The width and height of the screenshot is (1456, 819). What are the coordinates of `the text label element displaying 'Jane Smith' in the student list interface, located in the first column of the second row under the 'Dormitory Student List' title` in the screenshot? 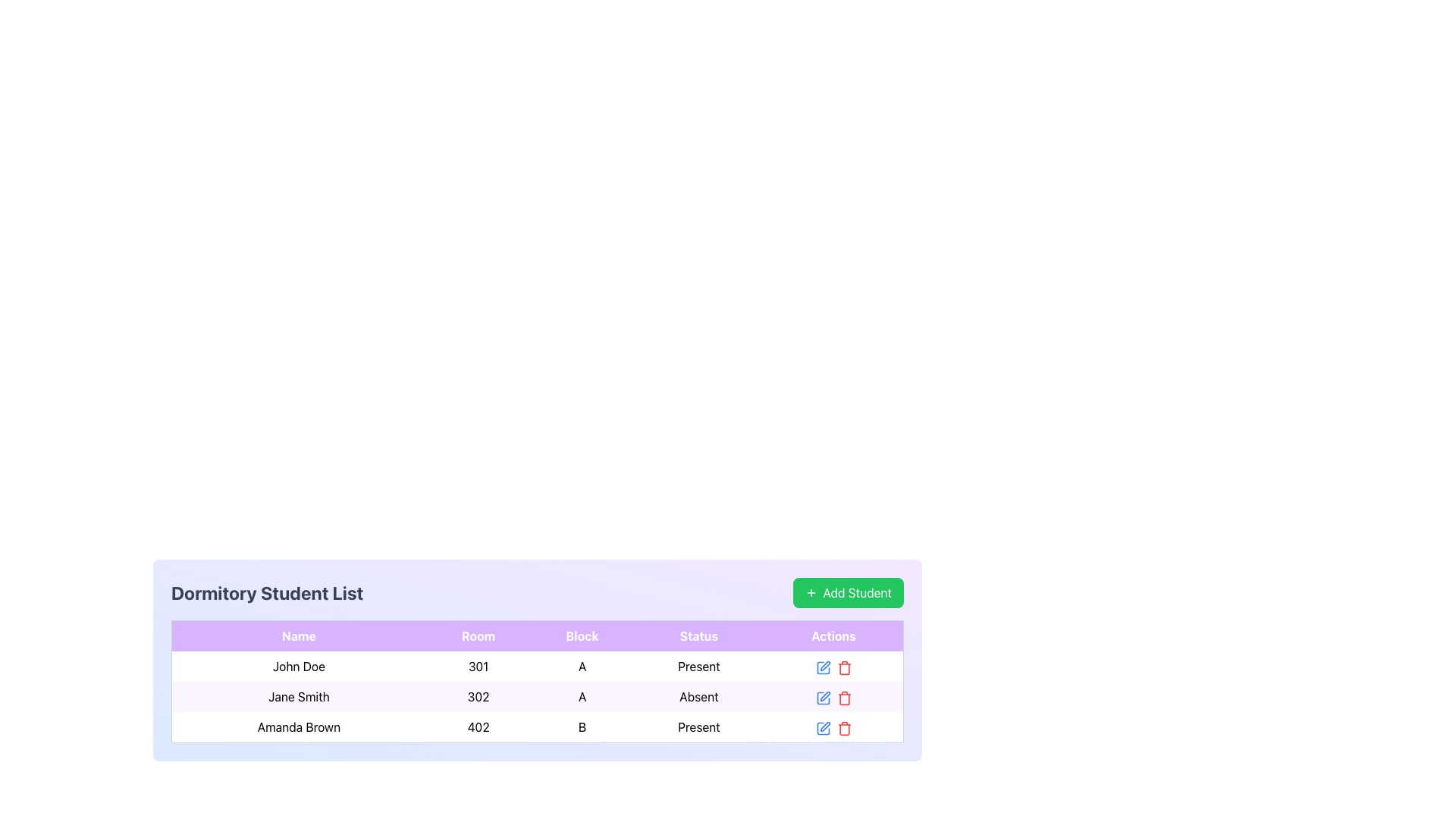 It's located at (299, 696).